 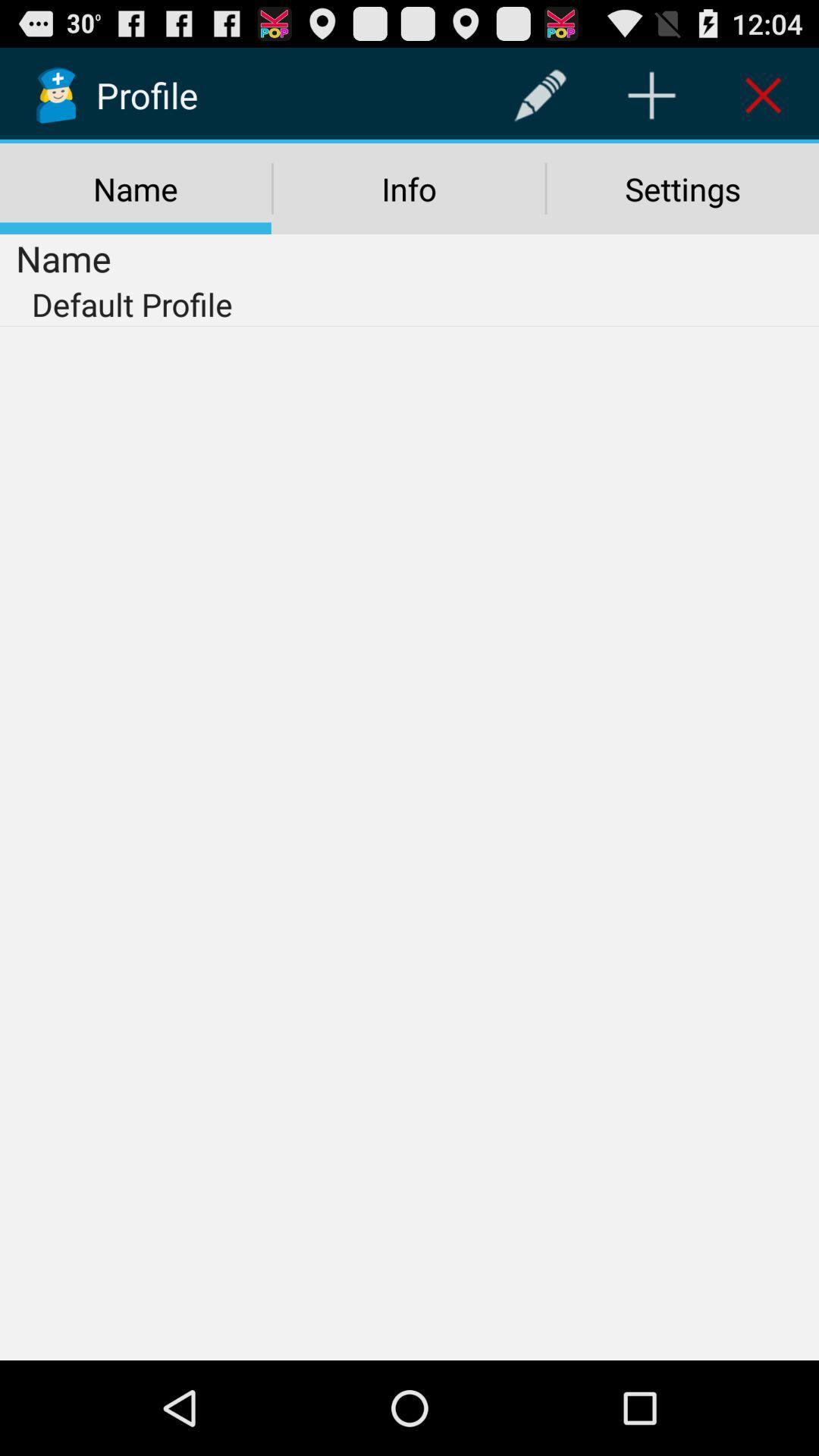 What do you see at coordinates (408, 188) in the screenshot?
I see `the item next to settings icon` at bounding box center [408, 188].